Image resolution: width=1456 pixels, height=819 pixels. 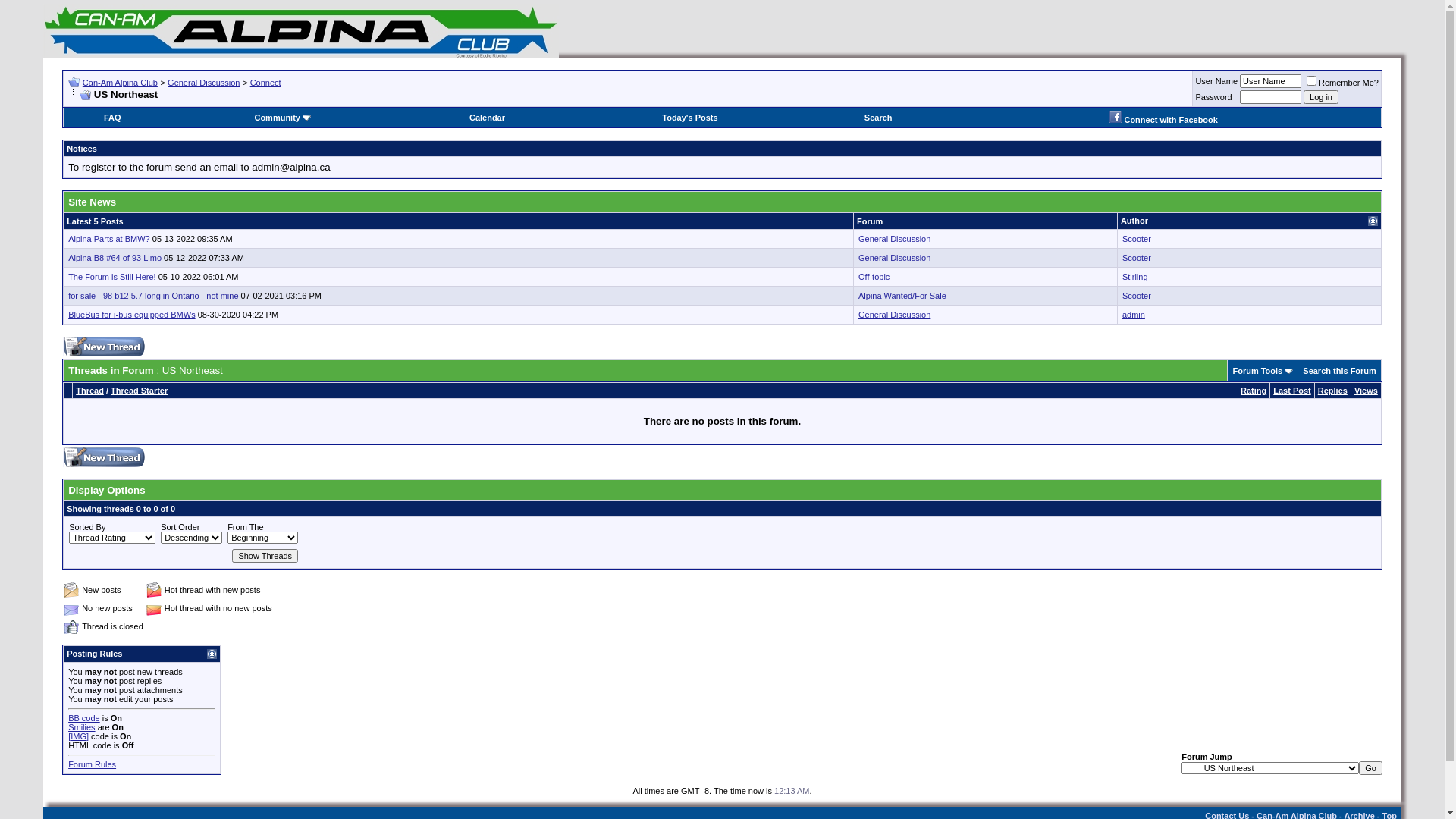 I want to click on 'Today's Posts', so click(x=689, y=116).